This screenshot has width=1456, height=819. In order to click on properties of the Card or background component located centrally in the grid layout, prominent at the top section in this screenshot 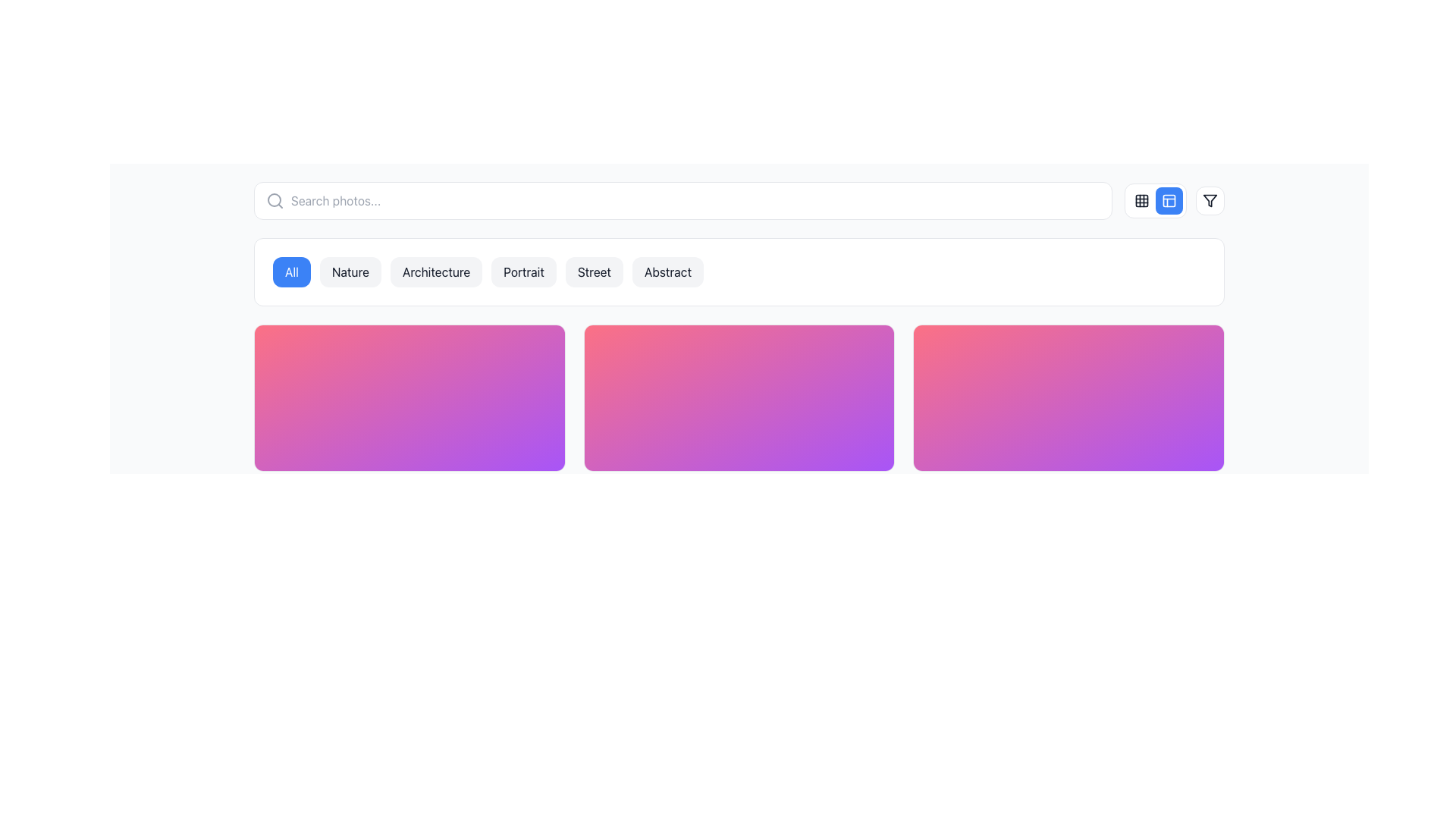, I will do `click(739, 397)`.